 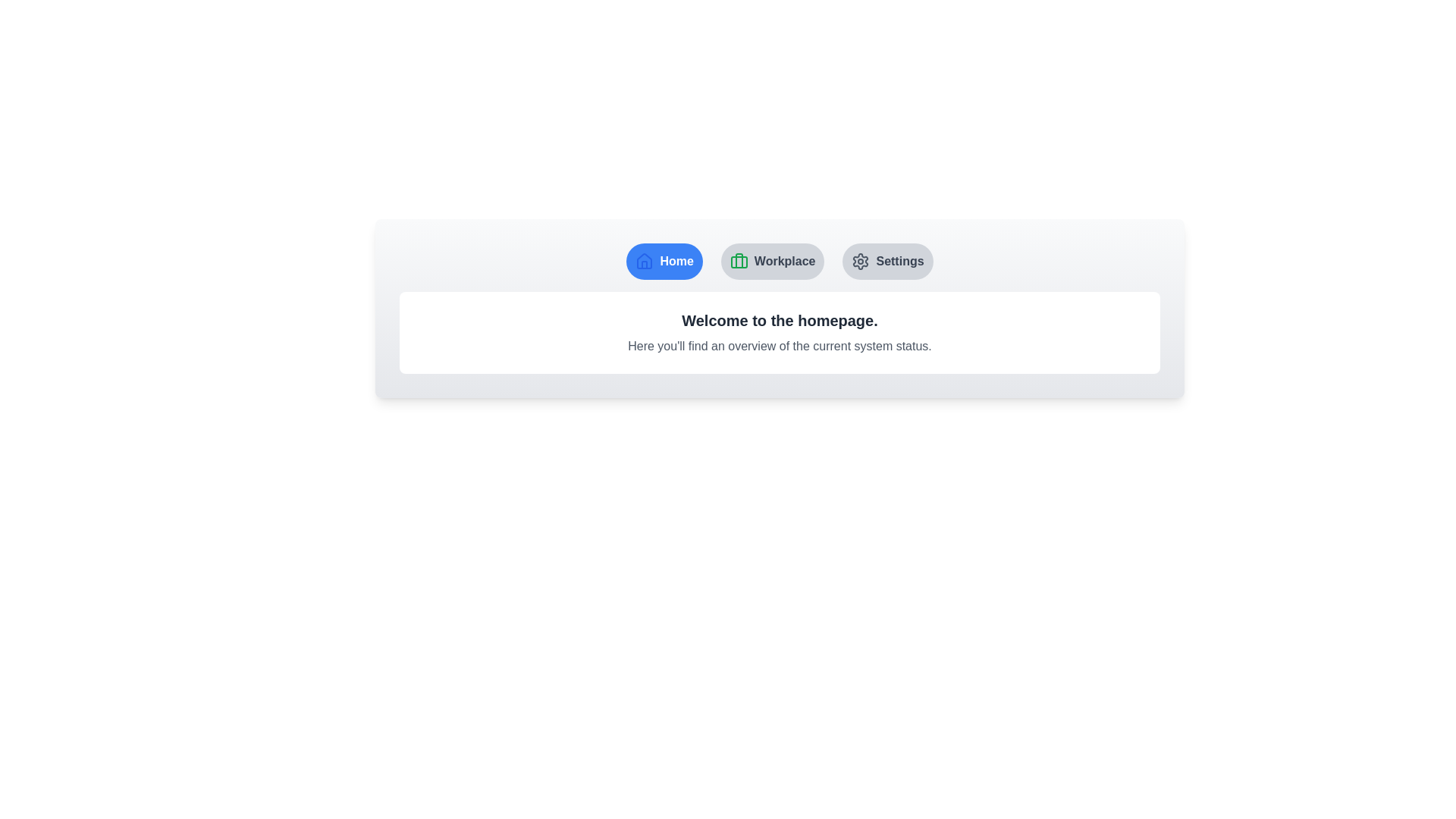 What do you see at coordinates (772, 260) in the screenshot?
I see `the button labeled Workplace to observe its hover effect` at bounding box center [772, 260].